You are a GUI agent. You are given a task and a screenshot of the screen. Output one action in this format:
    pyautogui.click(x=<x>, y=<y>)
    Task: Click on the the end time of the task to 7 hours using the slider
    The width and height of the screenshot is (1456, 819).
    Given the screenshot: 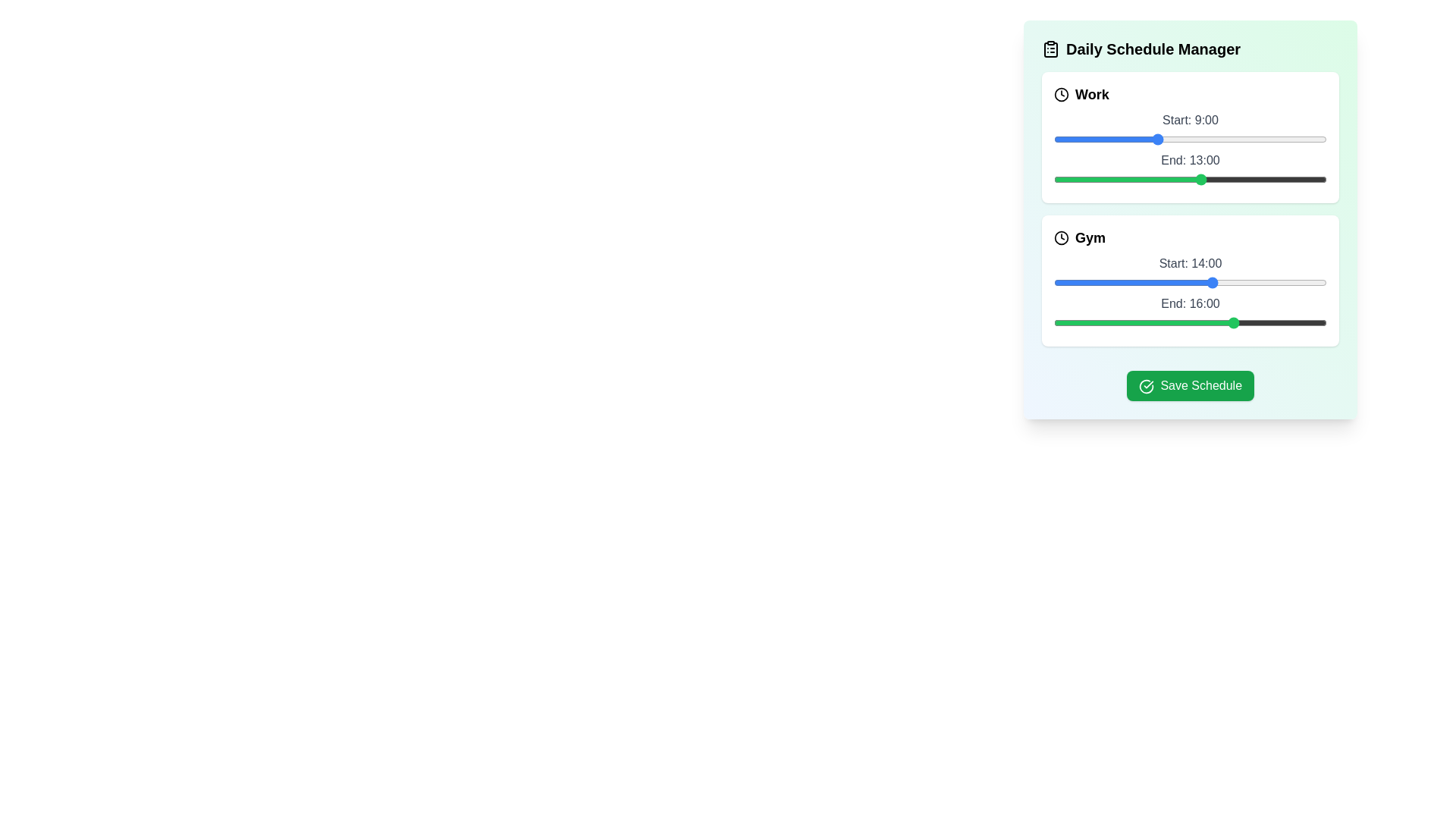 What is the action you would take?
    pyautogui.click(x=1133, y=178)
    